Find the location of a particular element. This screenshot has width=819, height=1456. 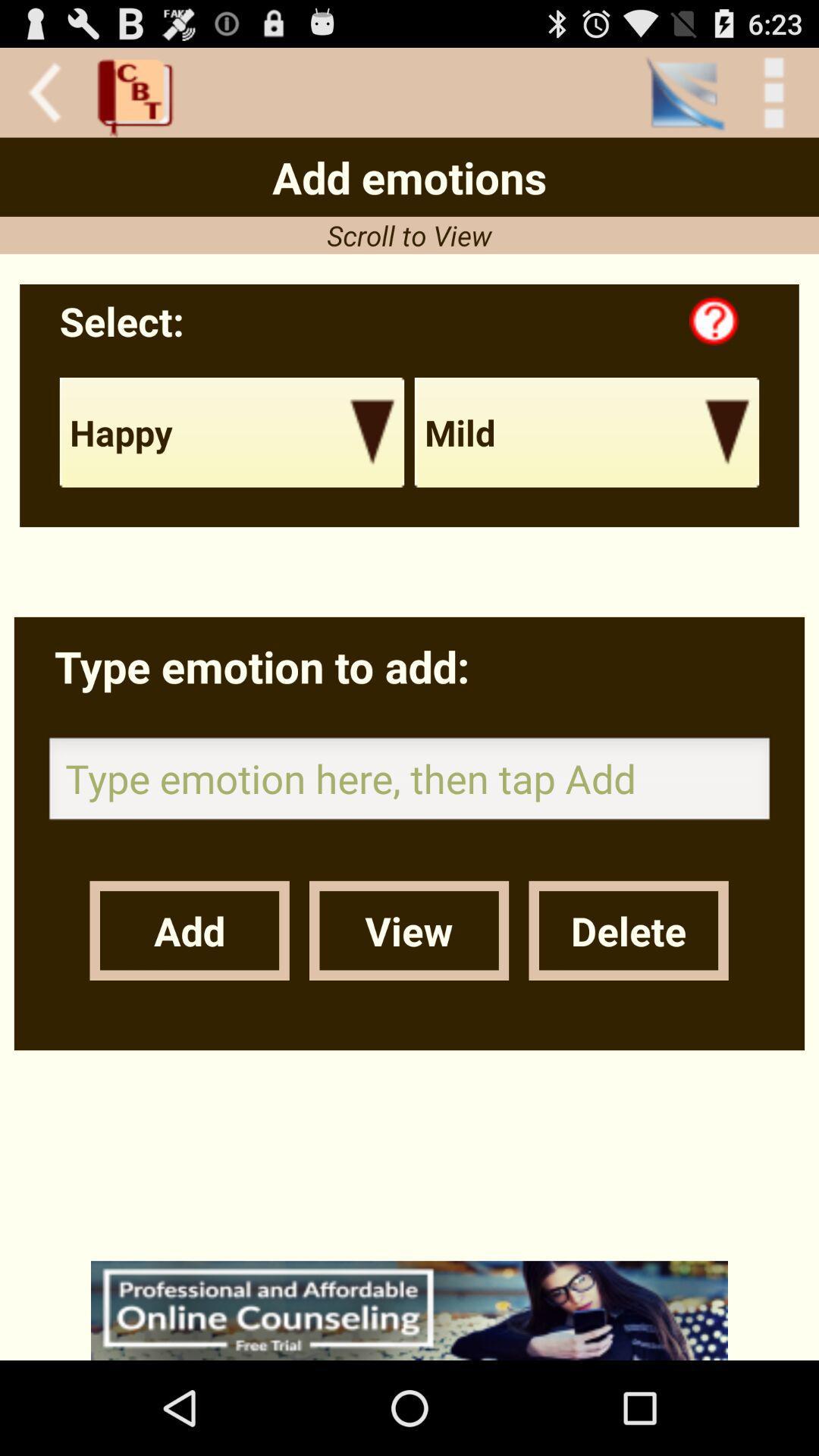

input box is located at coordinates (409, 783).